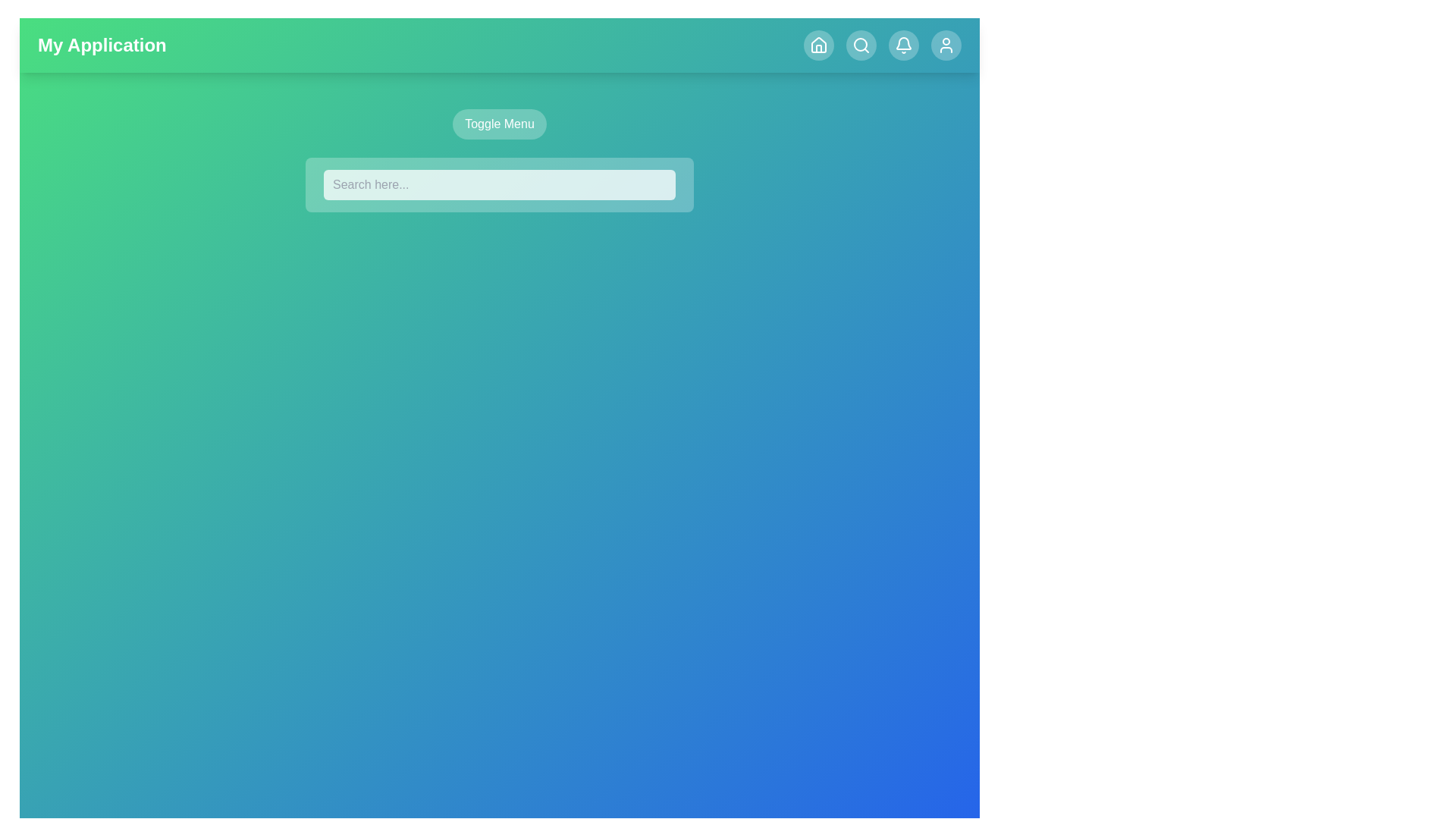 The height and width of the screenshot is (819, 1456). Describe the element at coordinates (499, 184) in the screenshot. I see `the search bar and type the text 'example search'` at that location.